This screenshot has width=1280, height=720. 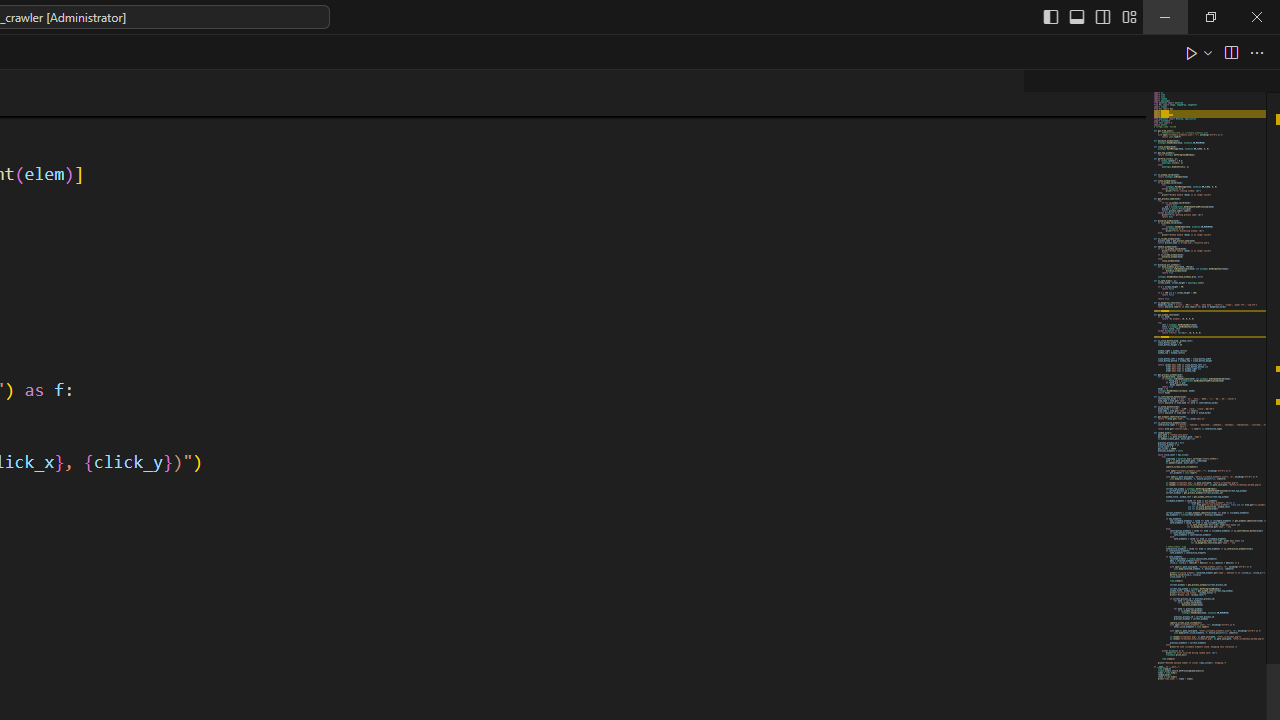 What do you see at coordinates (1076, 16) in the screenshot?
I see `'Toggle Panel (Ctrl+J)'` at bounding box center [1076, 16].